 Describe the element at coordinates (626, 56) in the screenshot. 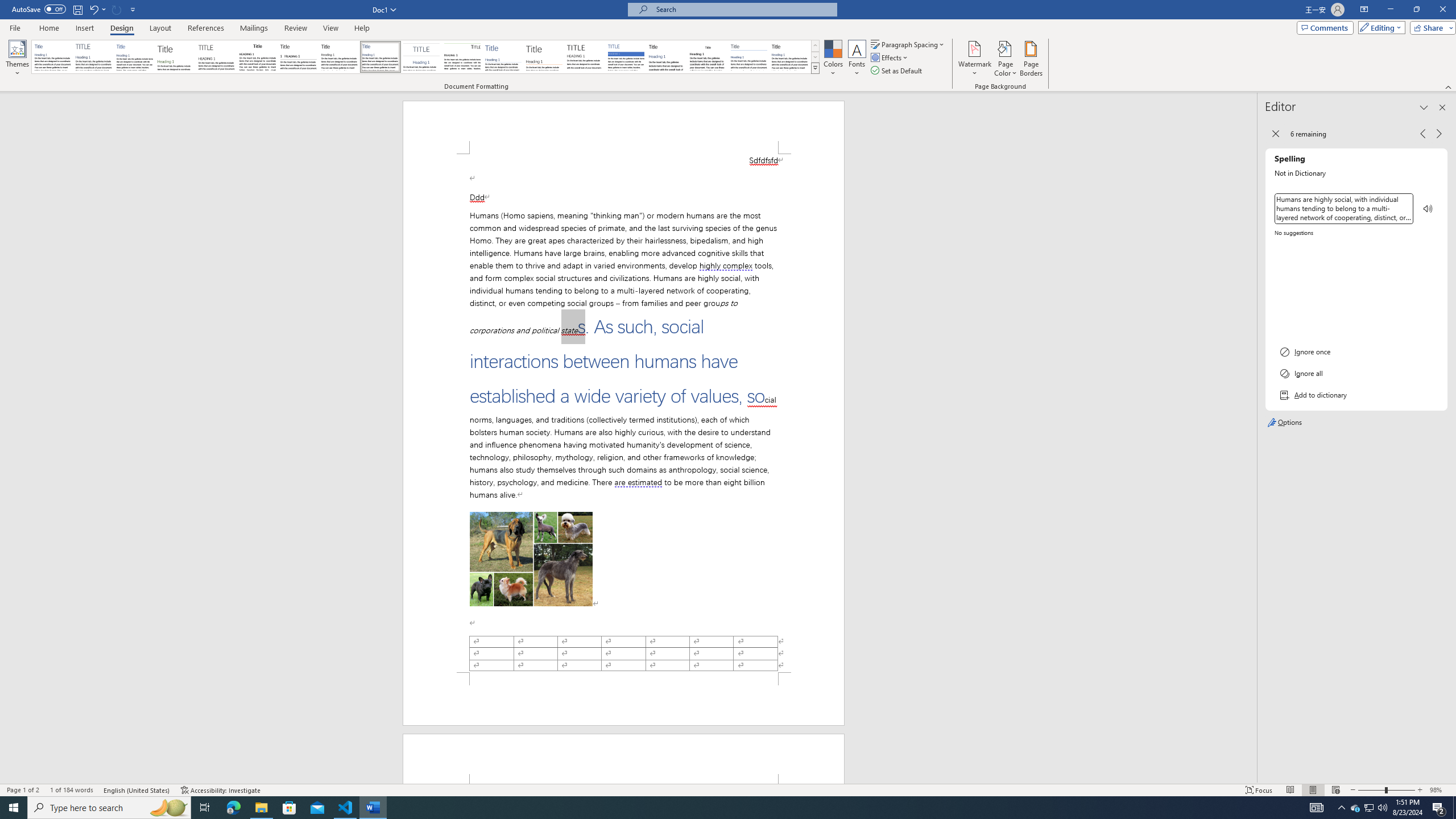

I see `'Shaded'` at that location.